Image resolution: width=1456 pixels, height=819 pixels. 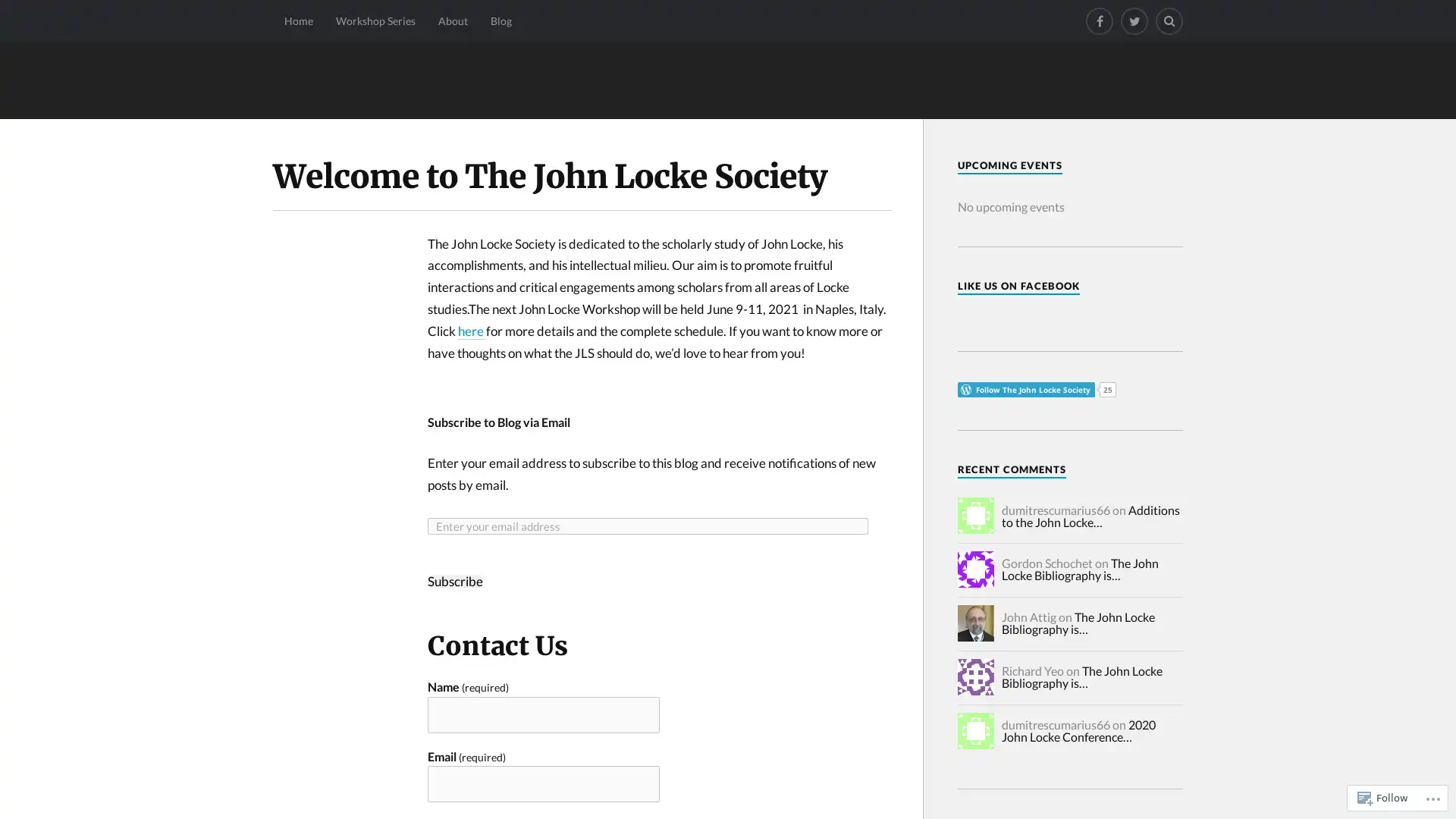 What do you see at coordinates (454, 580) in the screenshot?
I see `Subscribe` at bounding box center [454, 580].